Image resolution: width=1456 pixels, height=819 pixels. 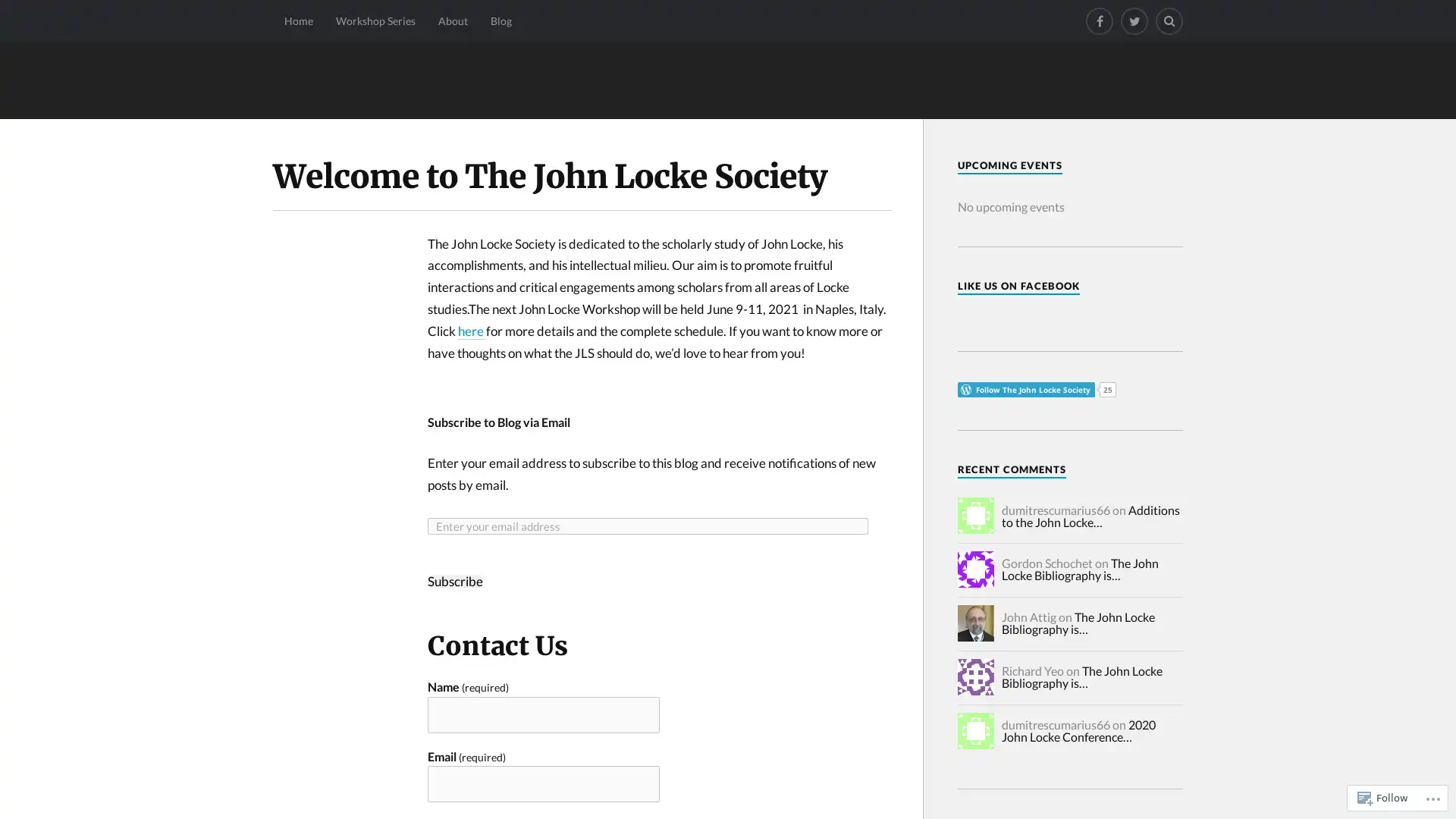 What do you see at coordinates (454, 580) in the screenshot?
I see `Subscribe` at bounding box center [454, 580].